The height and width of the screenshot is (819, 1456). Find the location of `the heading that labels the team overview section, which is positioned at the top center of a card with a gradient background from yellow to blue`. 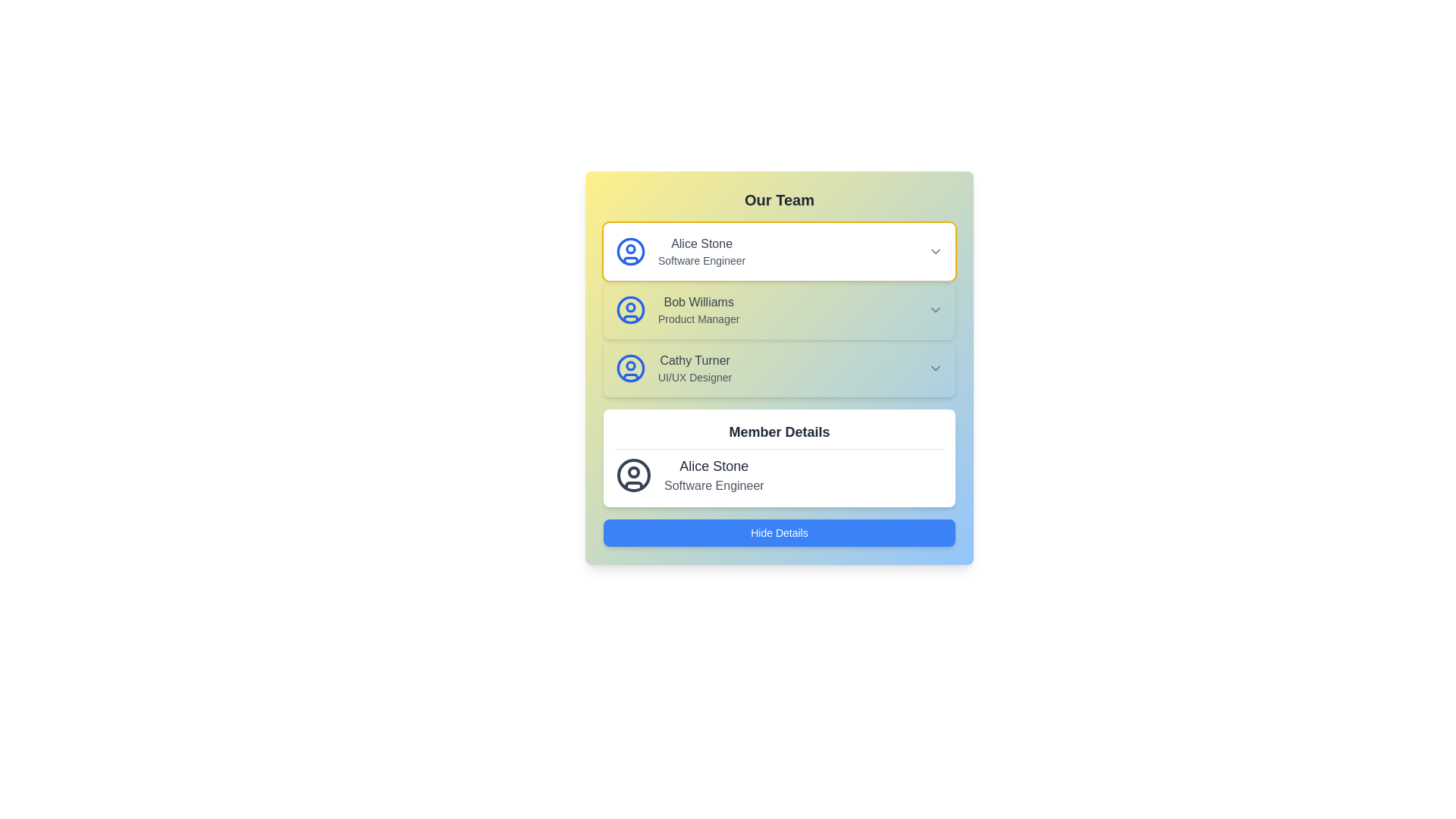

the heading that labels the team overview section, which is positioned at the top center of a card with a gradient background from yellow to blue is located at coordinates (779, 199).